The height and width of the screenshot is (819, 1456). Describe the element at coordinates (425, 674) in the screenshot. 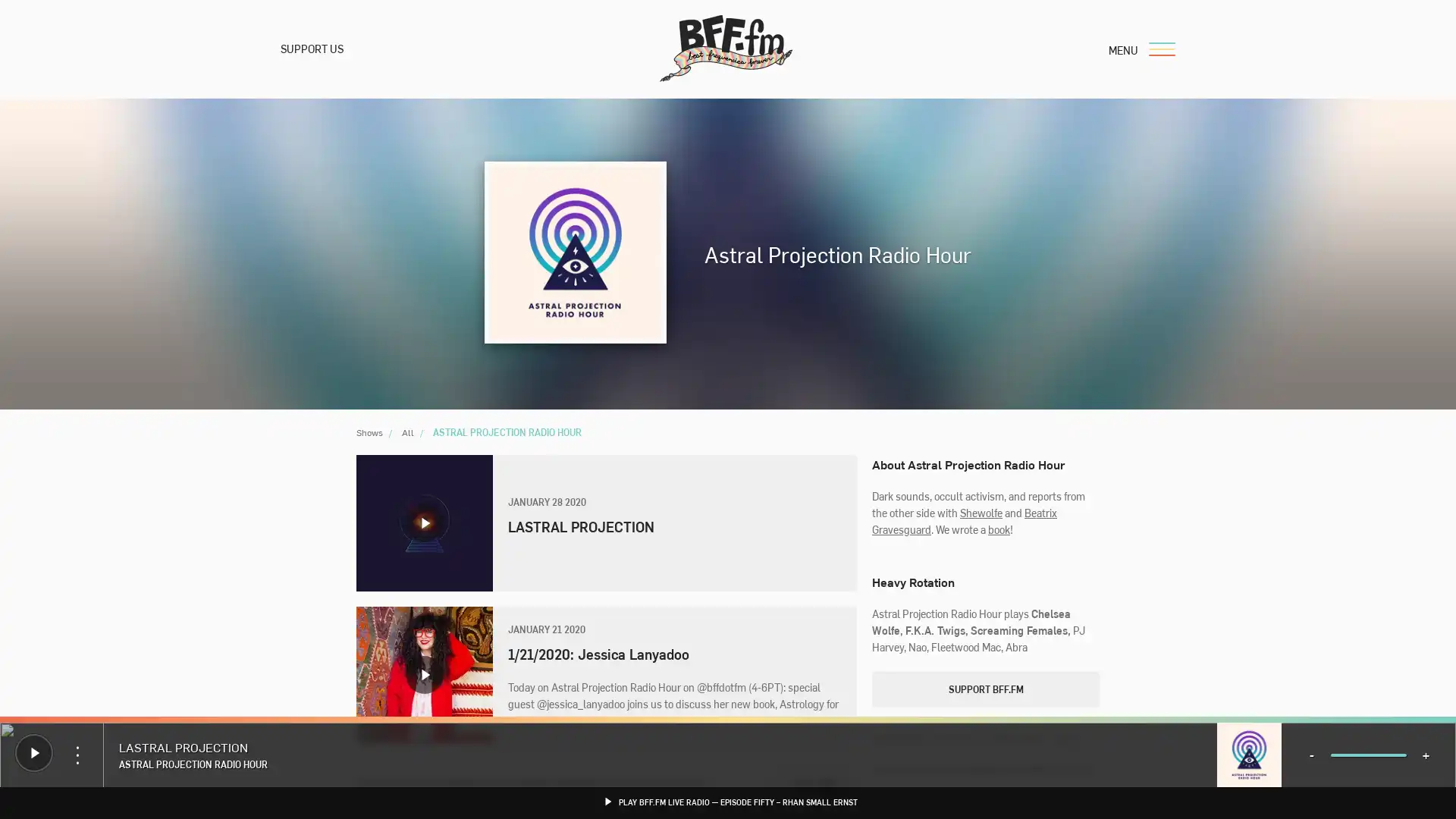

I see `Play` at that location.